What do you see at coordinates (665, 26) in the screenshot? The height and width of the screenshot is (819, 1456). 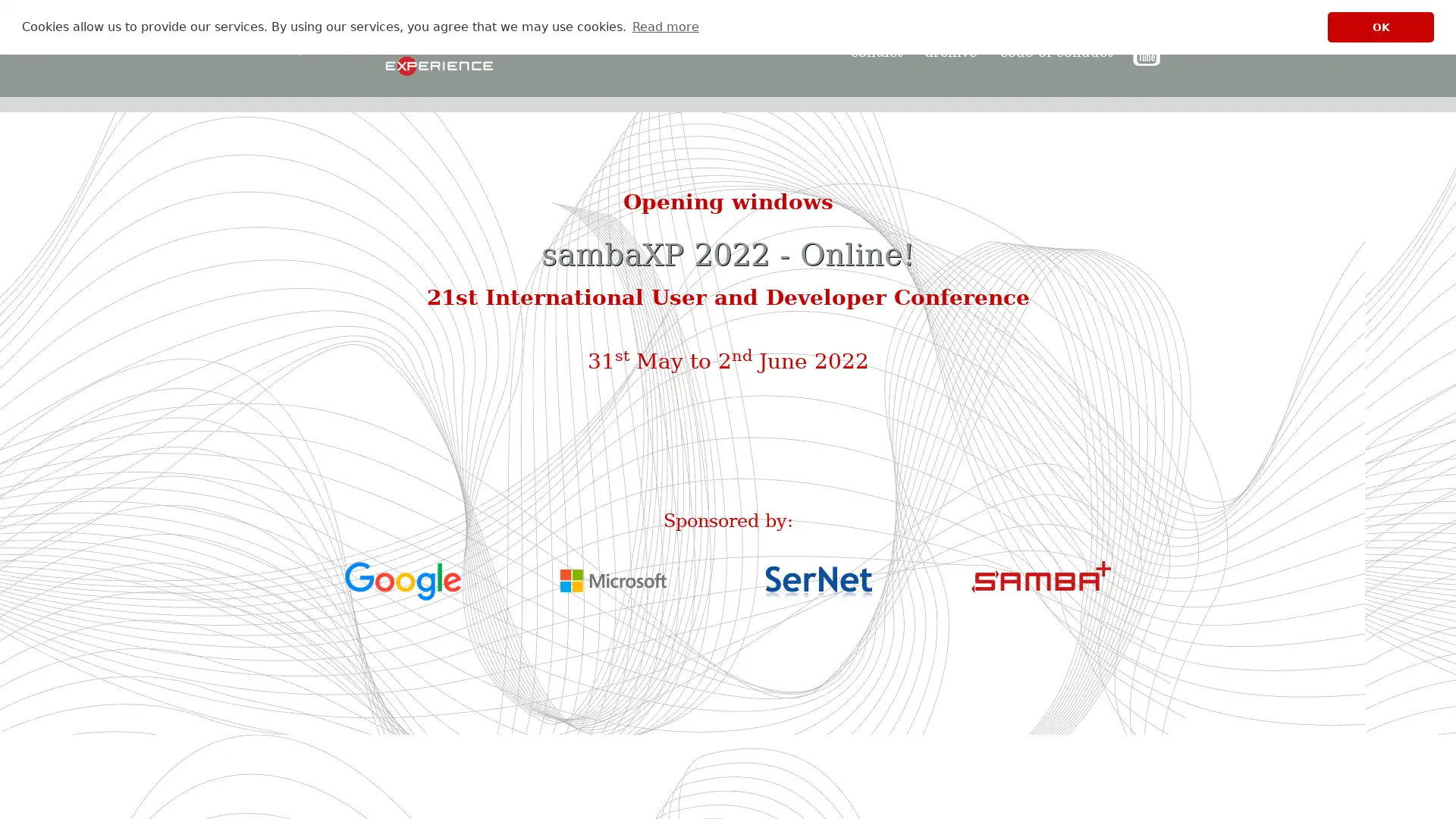 I see `learn more about cookies` at bounding box center [665, 26].